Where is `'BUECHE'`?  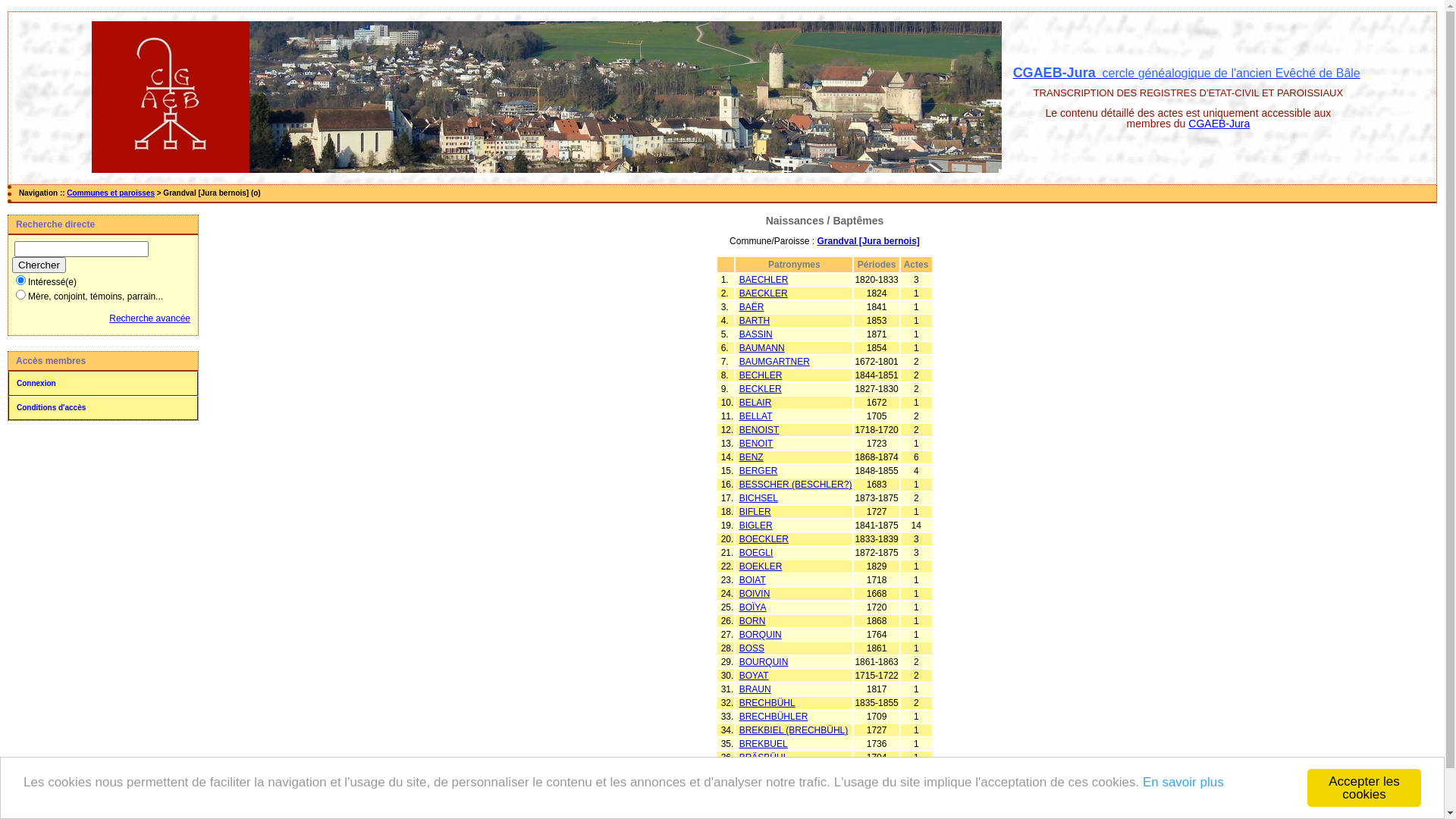 'BUECHE' is located at coordinates (758, 771).